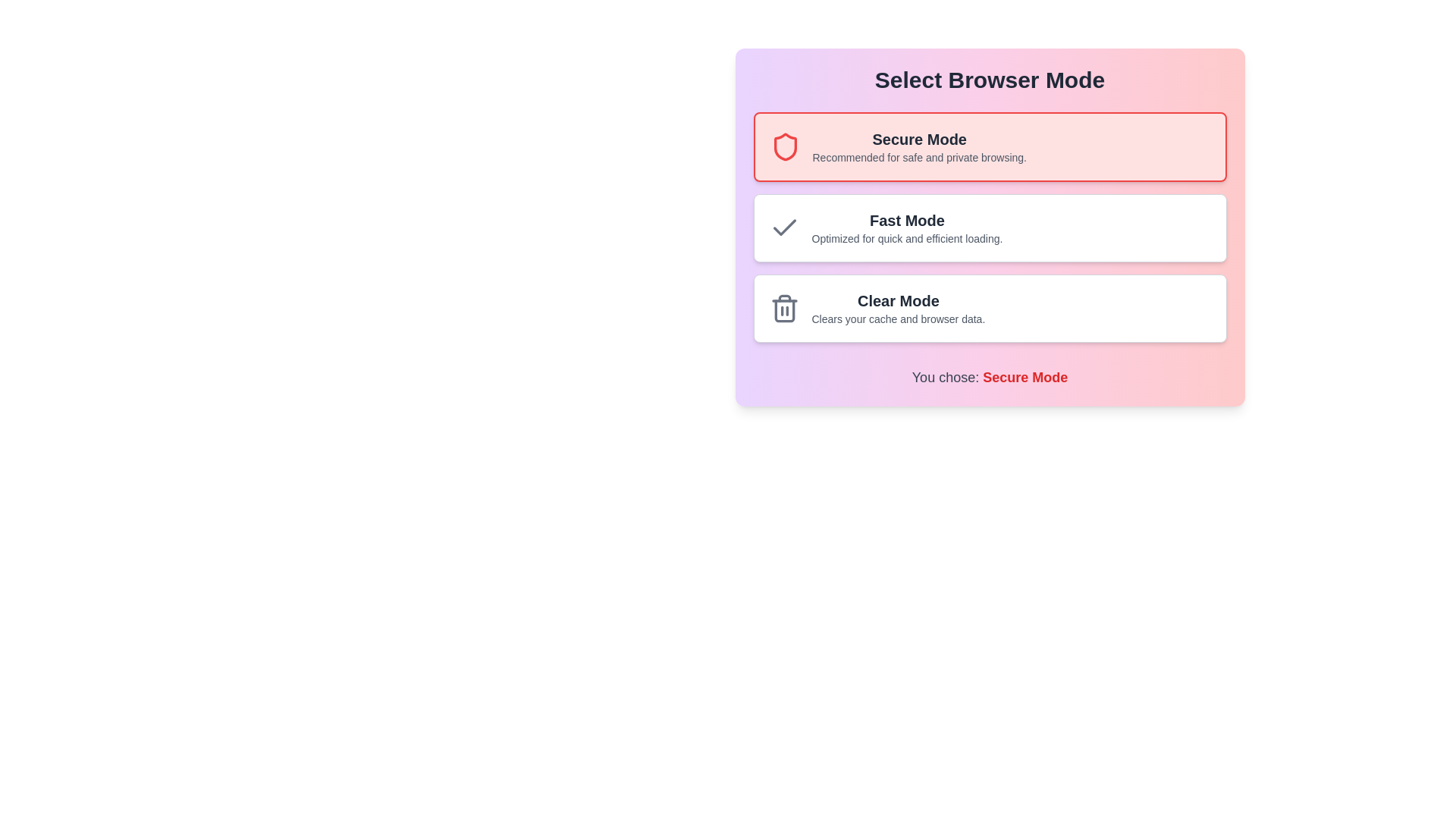  I want to click on the 'Clear Mode' icon, which visually identifies the option to remove cache and browser data, located to the left of the text 'Clear Mode' in a vertical list of options, so click(784, 308).